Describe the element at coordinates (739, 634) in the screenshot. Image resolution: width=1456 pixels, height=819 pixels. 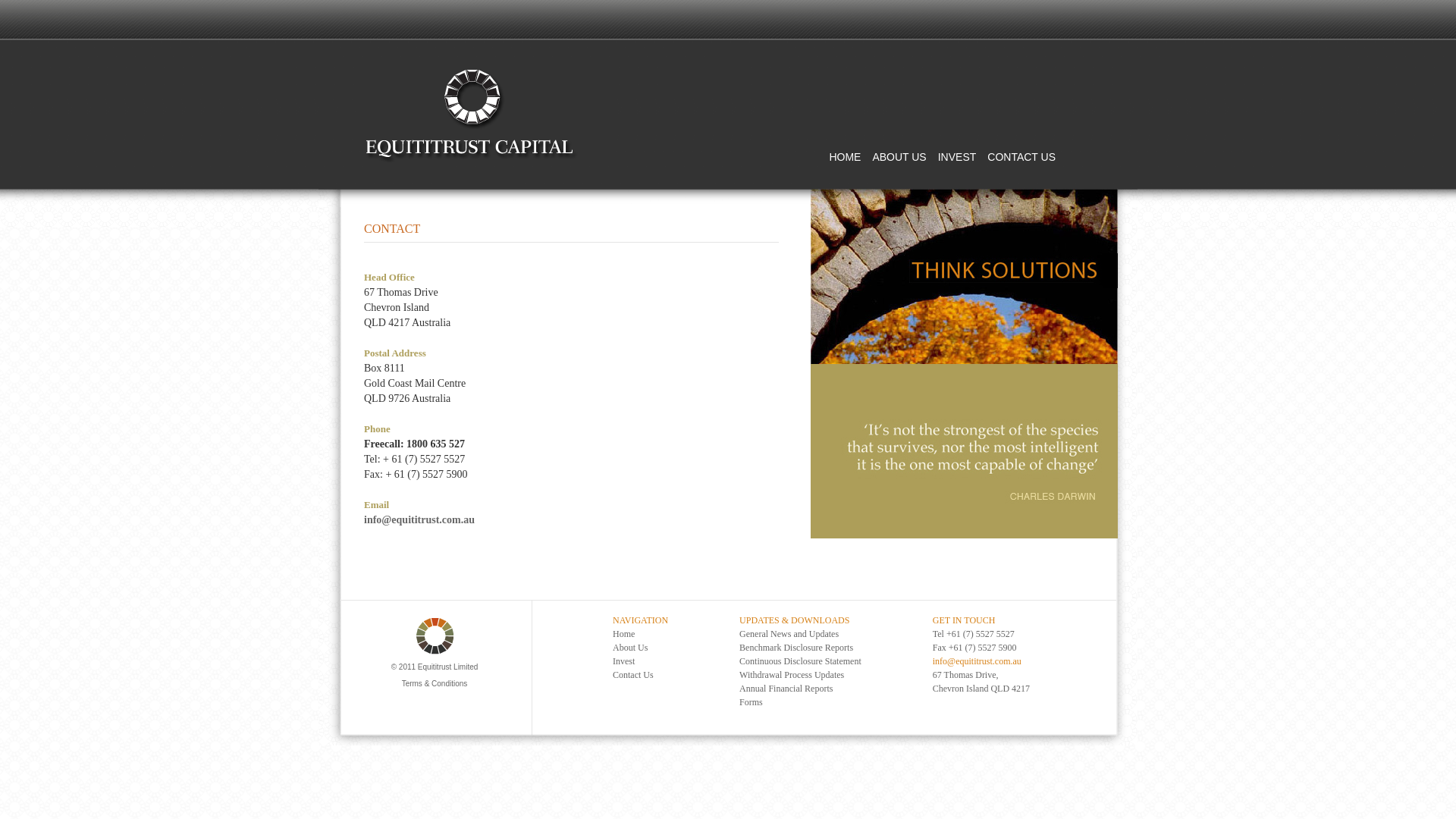
I see `'General News and Updates'` at that location.